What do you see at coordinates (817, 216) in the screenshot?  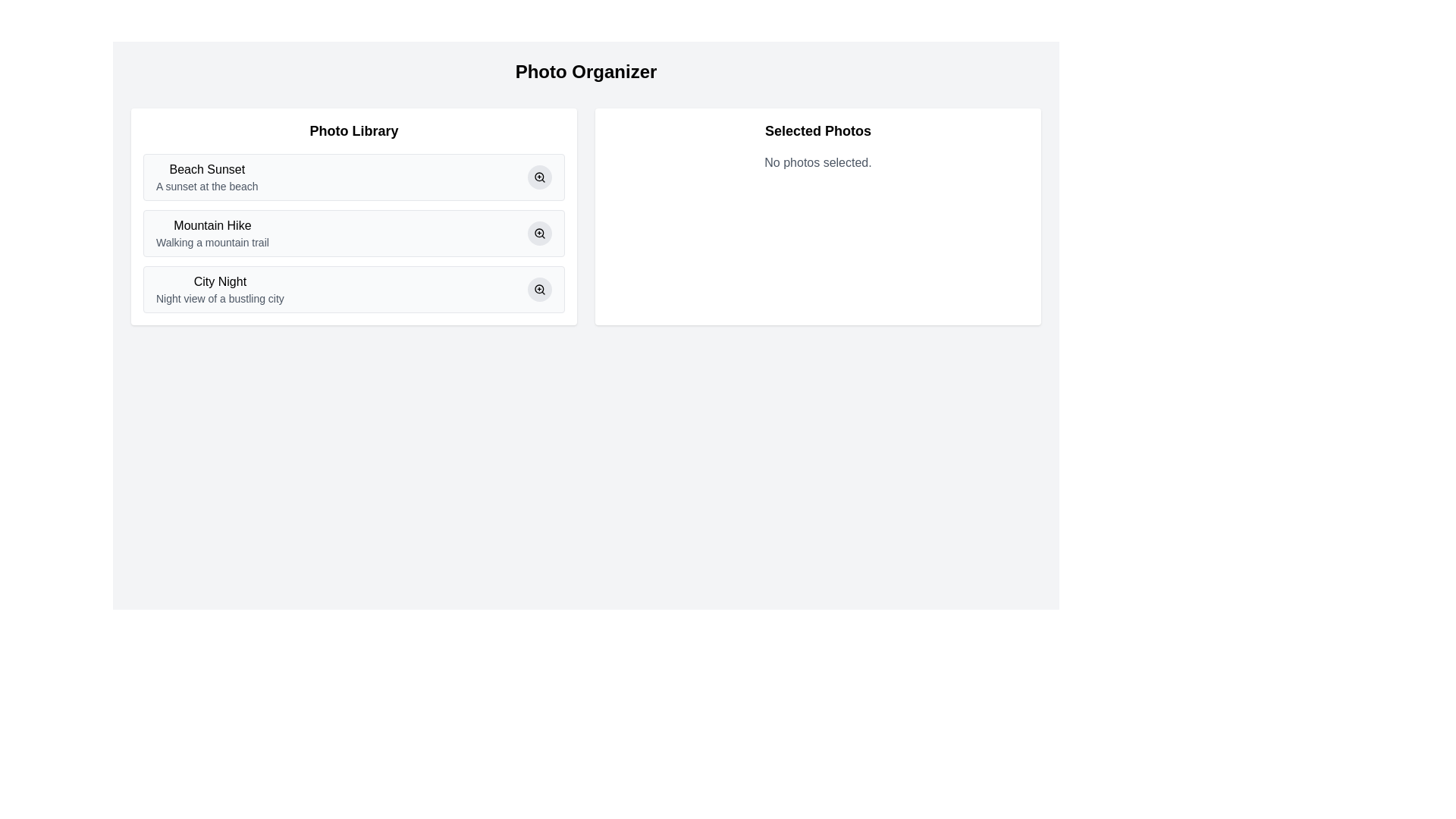 I see `the informational panel that displays the user's currently selected photos, which currently indicates that no photos have been selected` at bounding box center [817, 216].